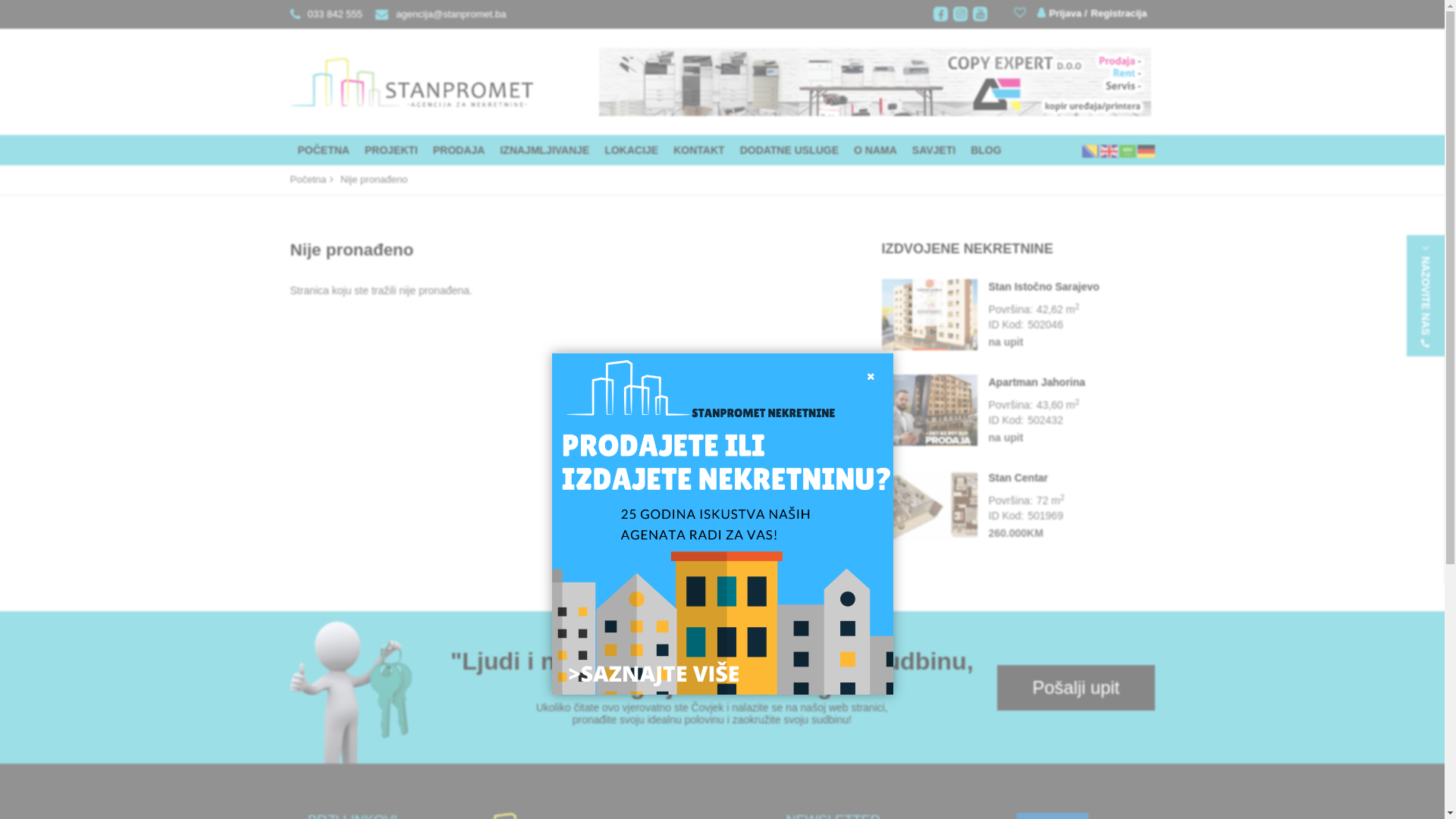 Image resolution: width=1456 pixels, height=819 pixels. What do you see at coordinates (1146, 149) in the screenshot?
I see `'Deutsch'` at bounding box center [1146, 149].